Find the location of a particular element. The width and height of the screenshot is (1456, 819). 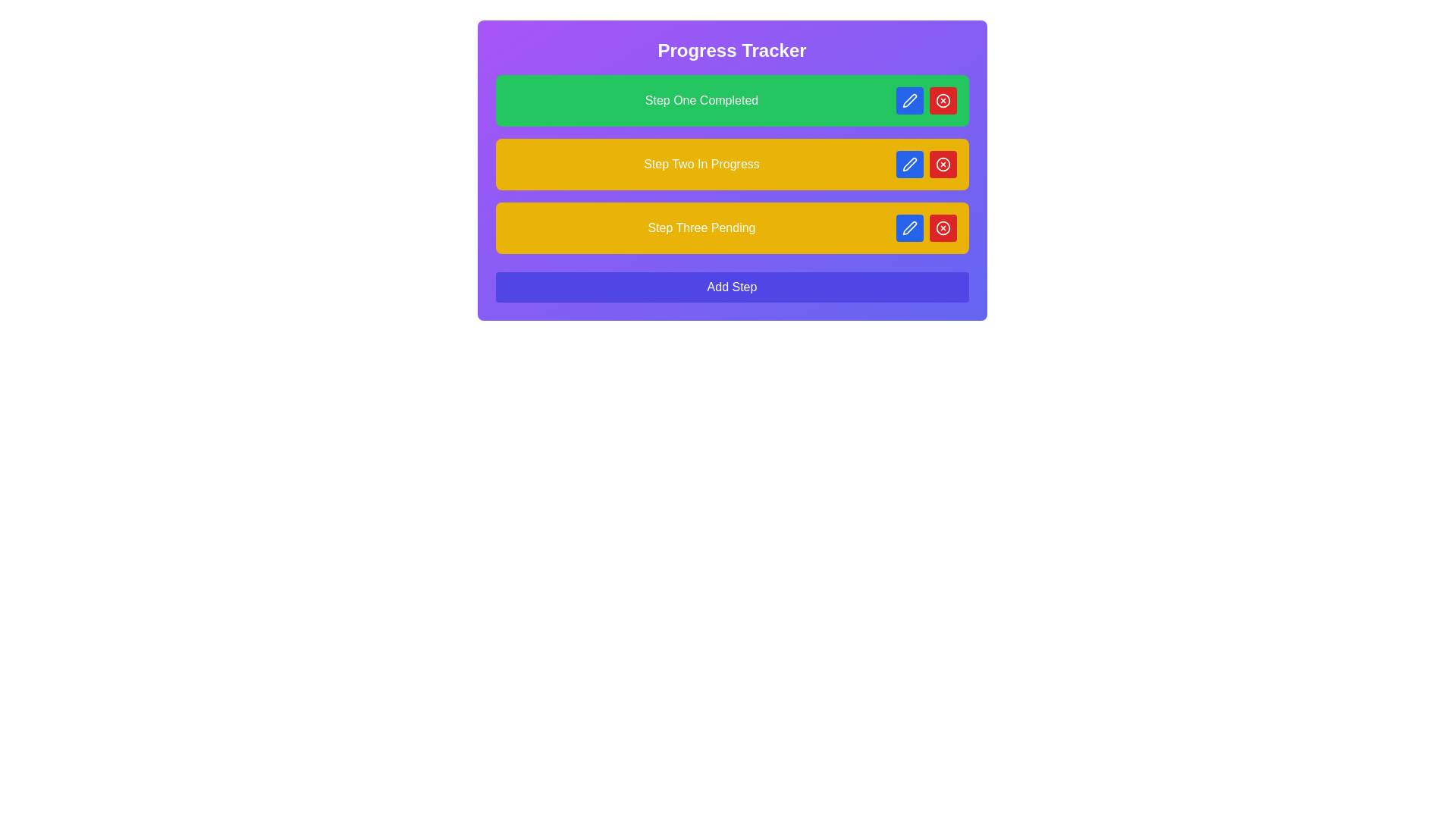

the 'edit' button within the interactive buttons group located to the right of the 'Step Three Pending' yellow bar in the Progress Tracker is located at coordinates (925, 227).